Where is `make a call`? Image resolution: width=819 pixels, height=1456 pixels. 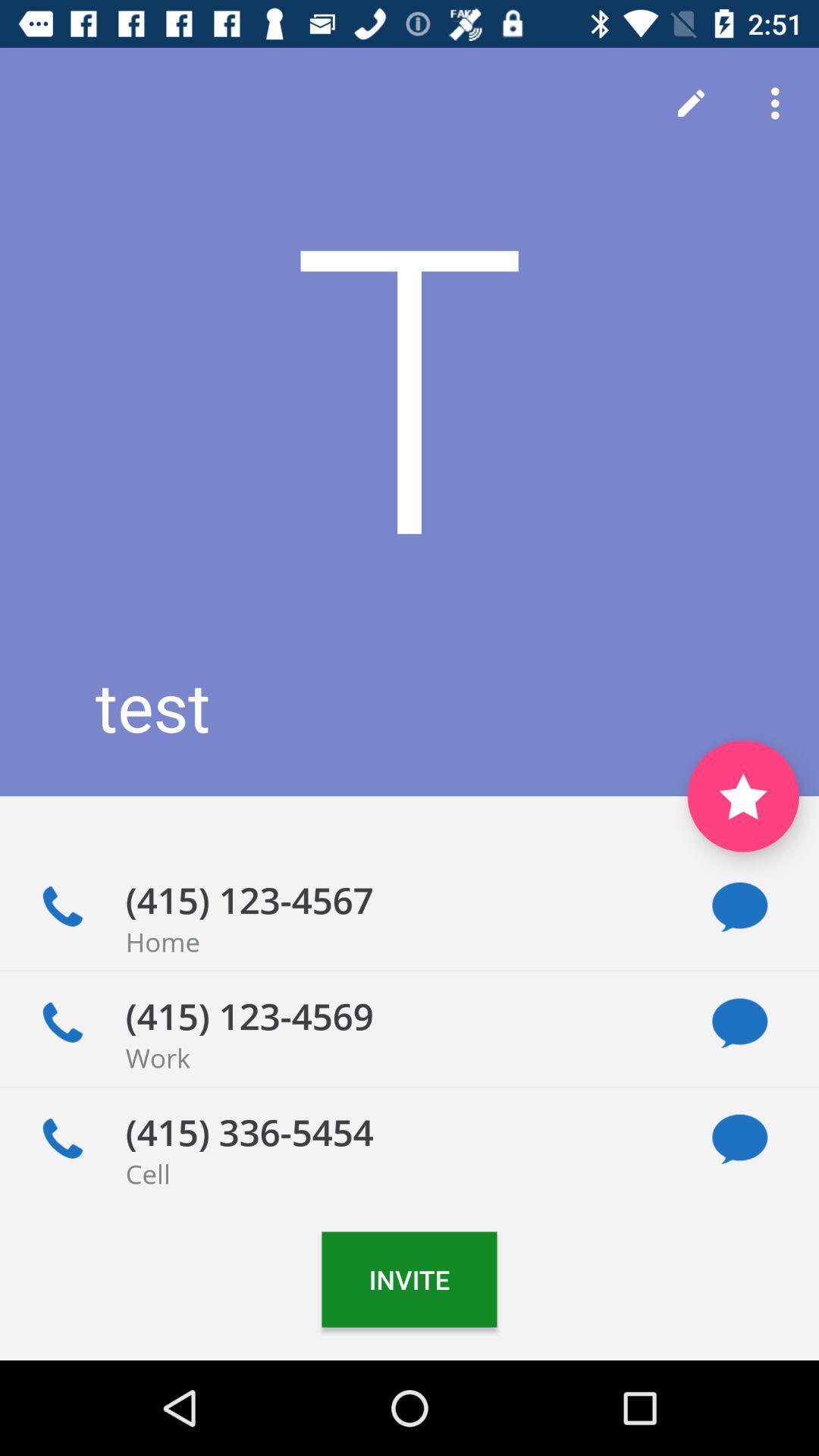 make a call is located at coordinates (61, 1139).